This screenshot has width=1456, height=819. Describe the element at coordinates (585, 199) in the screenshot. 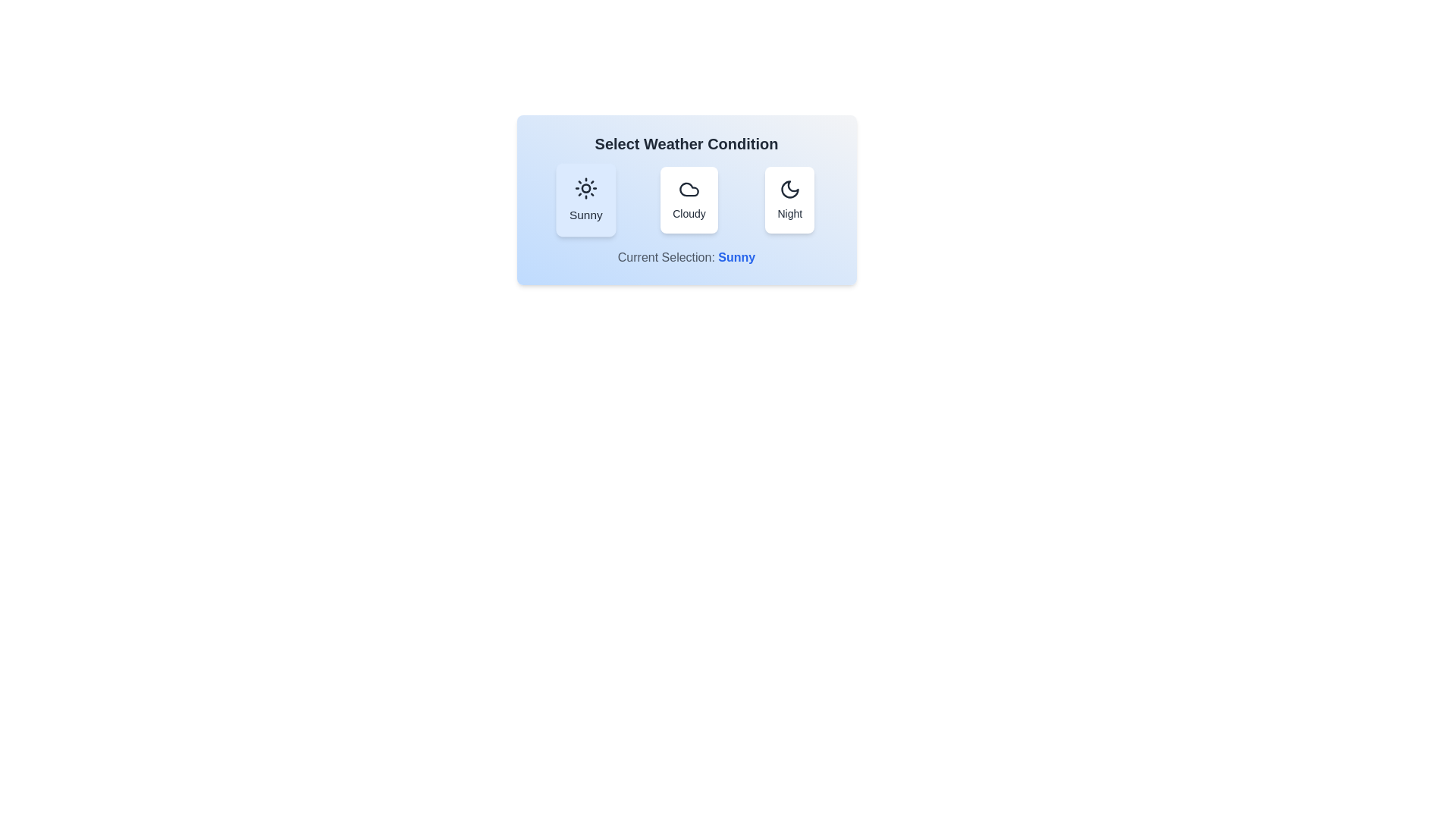

I see `the weather condition Sunny by clicking the corresponding button` at that location.